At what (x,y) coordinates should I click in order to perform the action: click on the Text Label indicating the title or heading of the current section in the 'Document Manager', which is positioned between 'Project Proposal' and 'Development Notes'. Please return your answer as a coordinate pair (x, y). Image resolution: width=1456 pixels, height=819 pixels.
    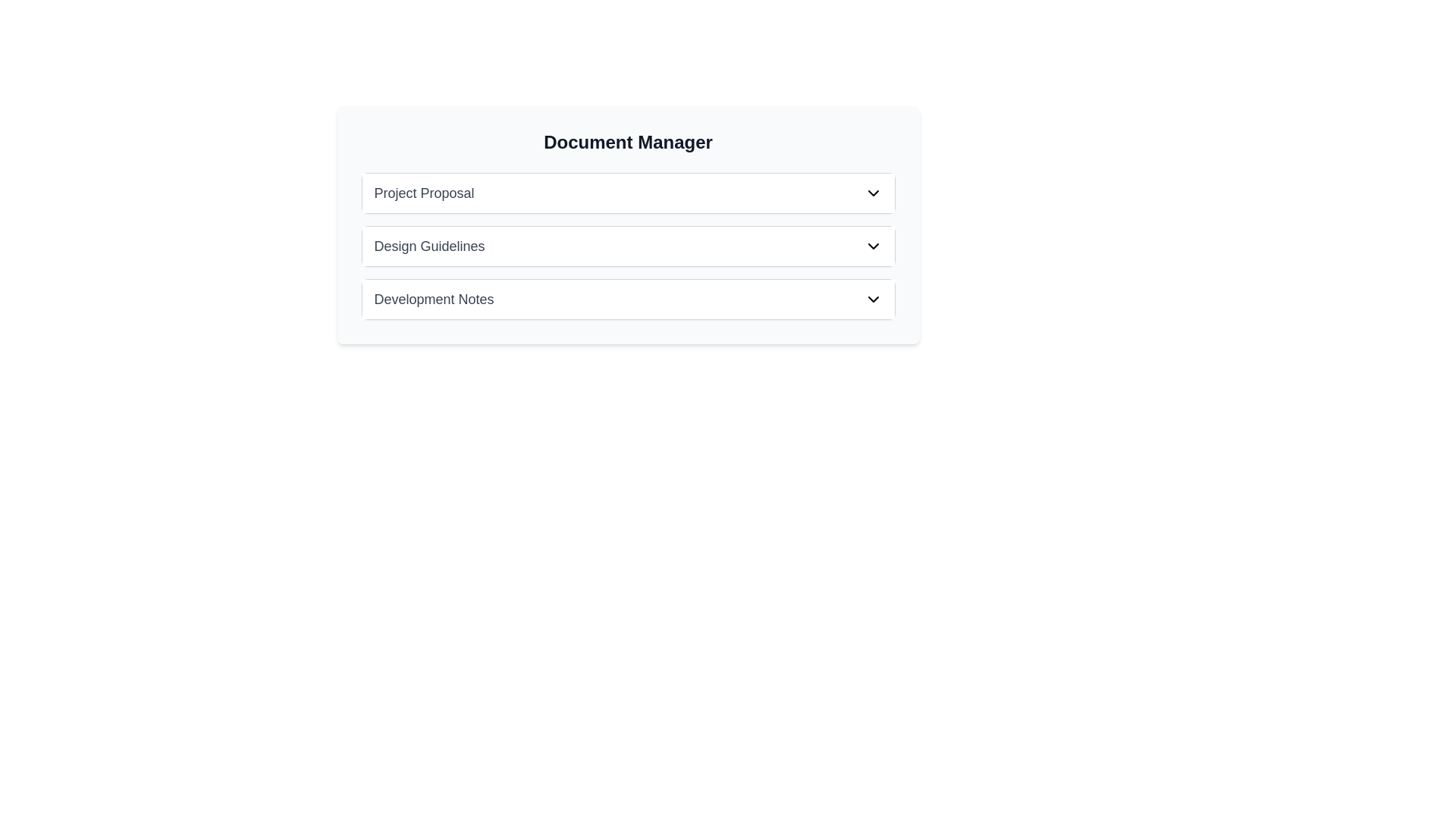
    Looking at the image, I should click on (428, 245).